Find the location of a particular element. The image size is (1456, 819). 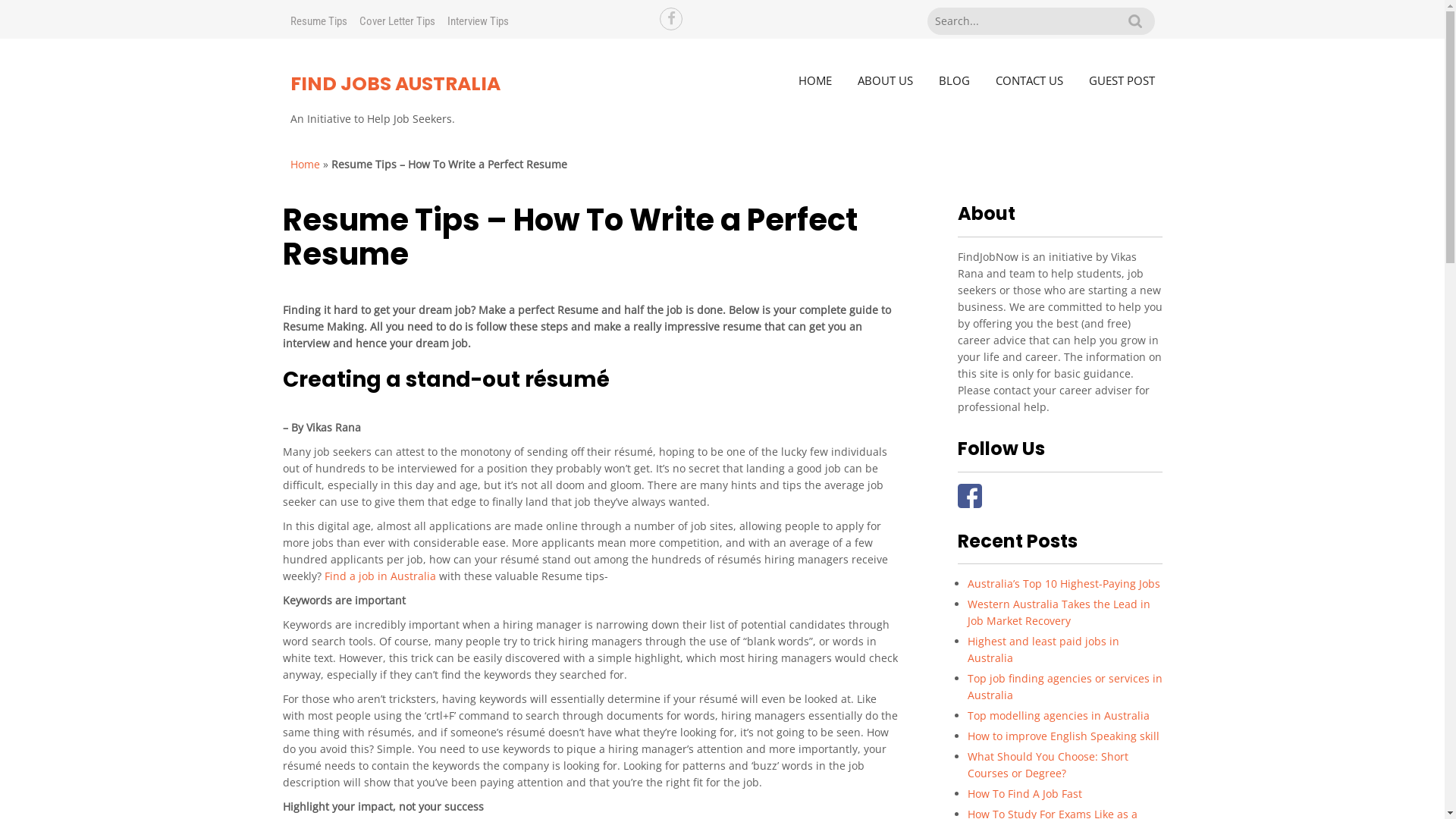

'GUEST POST' is located at coordinates (1121, 80).